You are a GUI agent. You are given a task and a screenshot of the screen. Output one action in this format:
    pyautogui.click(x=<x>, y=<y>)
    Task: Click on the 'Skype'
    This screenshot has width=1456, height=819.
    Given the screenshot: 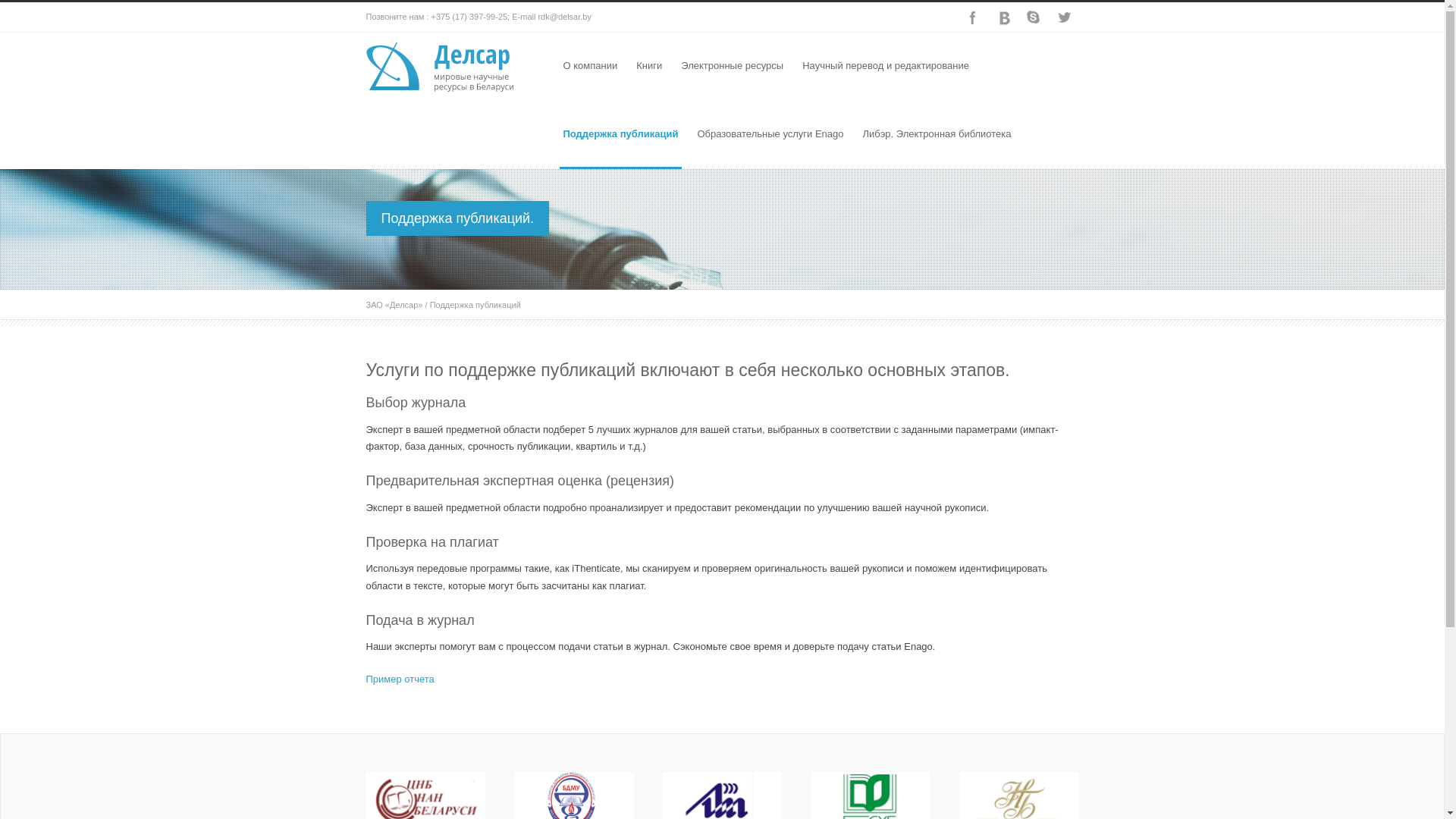 What is the action you would take?
    pyautogui.click(x=1032, y=17)
    